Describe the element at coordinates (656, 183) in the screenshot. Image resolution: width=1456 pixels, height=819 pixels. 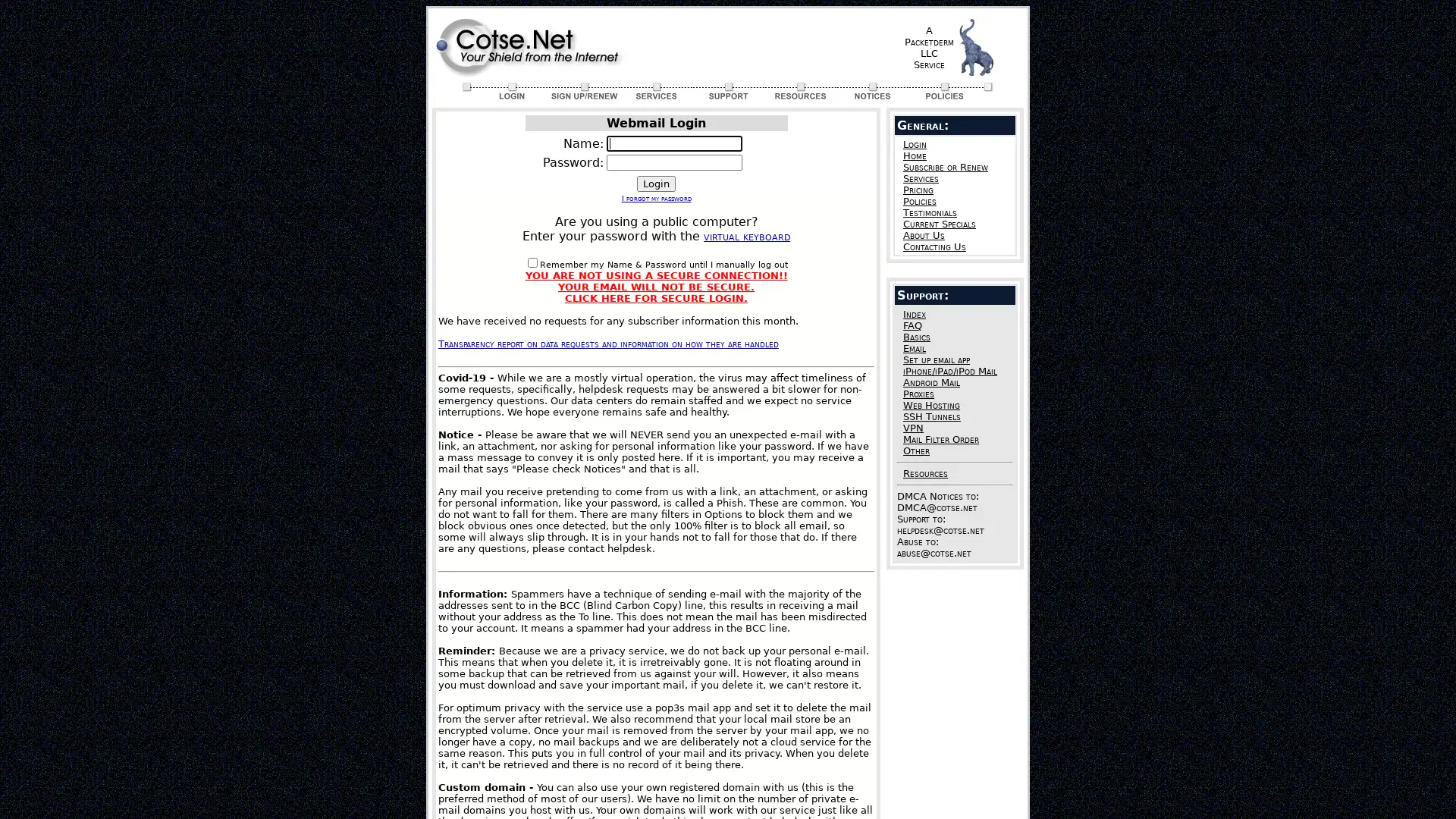
I see `Login` at that location.